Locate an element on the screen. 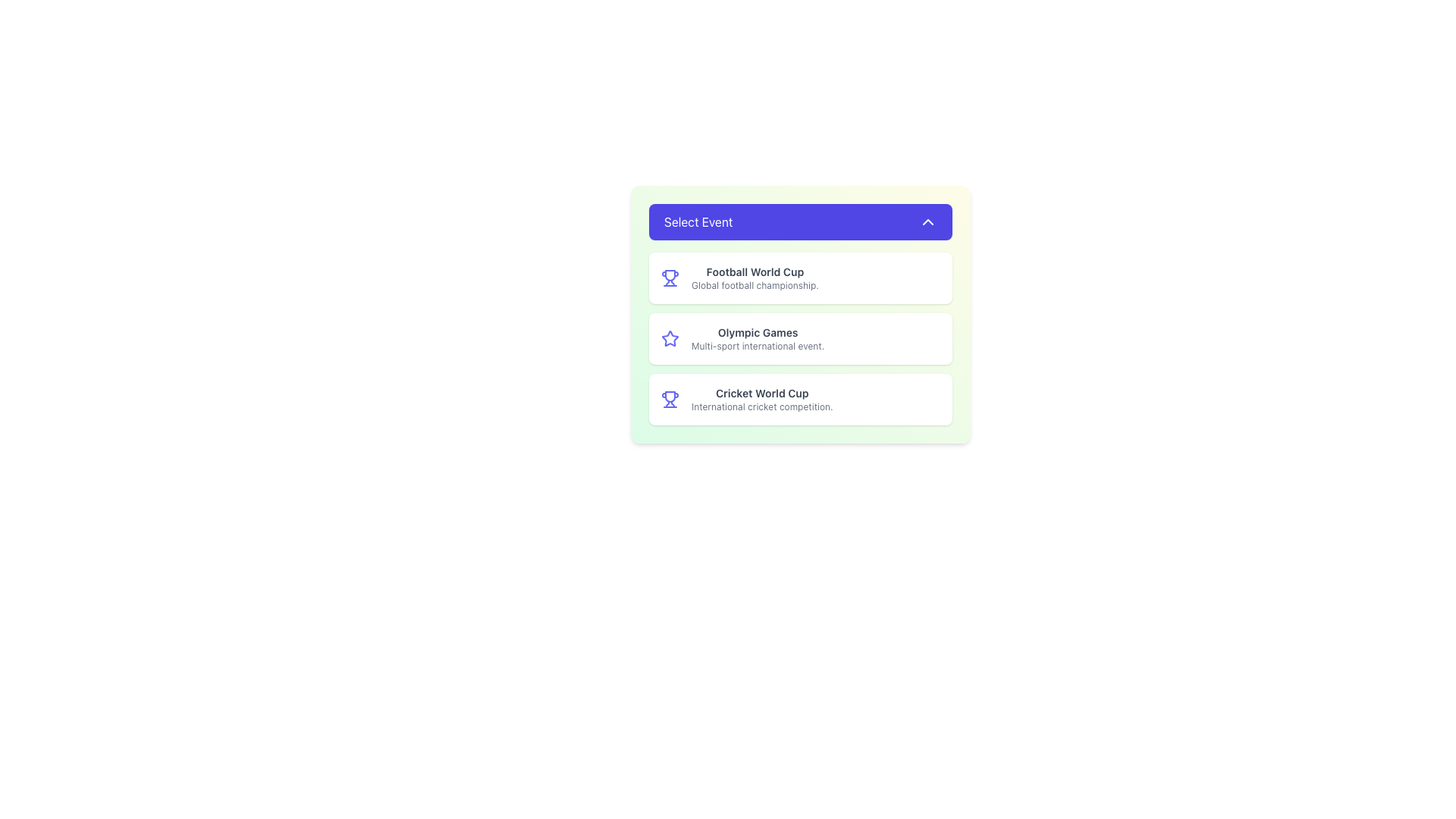 The width and height of the screenshot is (1456, 819). the Decorative Icon associated with the 'Olympic Games' list item, which is located in the left section of the second list item in a vertically stacked list is located at coordinates (669, 338).